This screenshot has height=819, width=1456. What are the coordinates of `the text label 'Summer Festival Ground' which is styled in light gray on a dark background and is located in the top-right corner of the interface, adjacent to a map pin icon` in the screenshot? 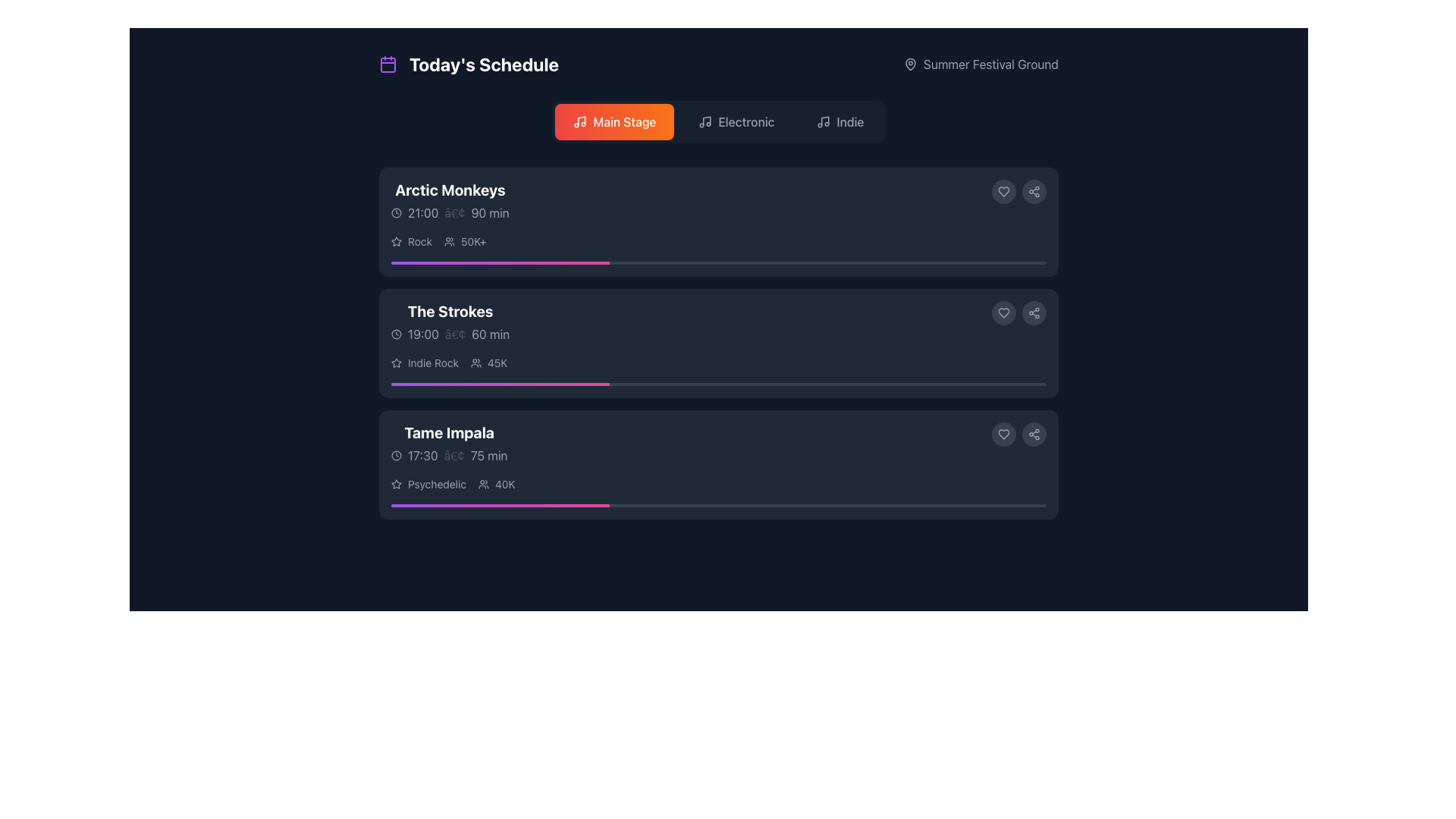 It's located at (990, 63).